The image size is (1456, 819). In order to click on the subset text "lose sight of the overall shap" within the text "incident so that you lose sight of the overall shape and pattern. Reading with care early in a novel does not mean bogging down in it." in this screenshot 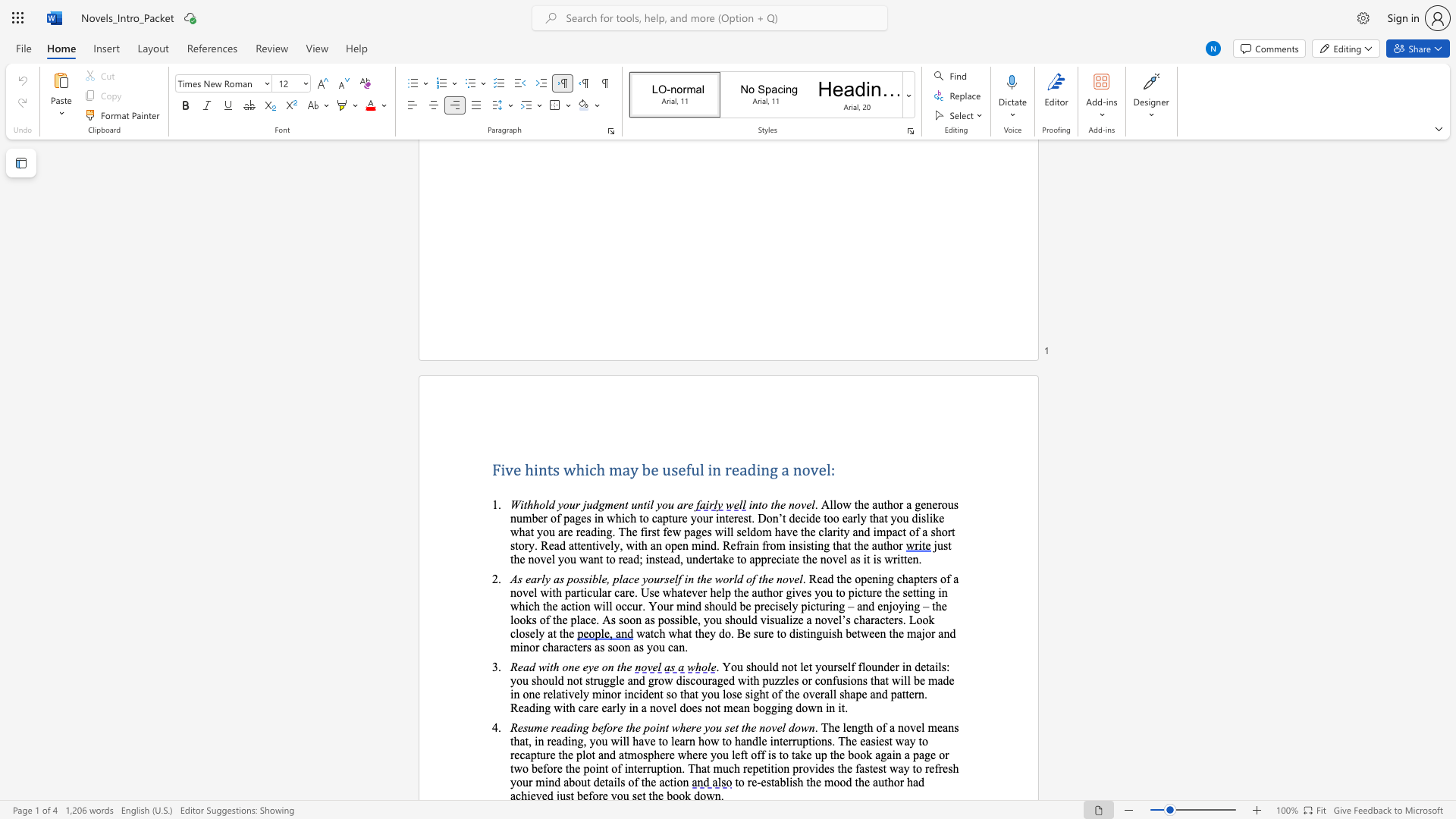, I will do `click(721, 694)`.